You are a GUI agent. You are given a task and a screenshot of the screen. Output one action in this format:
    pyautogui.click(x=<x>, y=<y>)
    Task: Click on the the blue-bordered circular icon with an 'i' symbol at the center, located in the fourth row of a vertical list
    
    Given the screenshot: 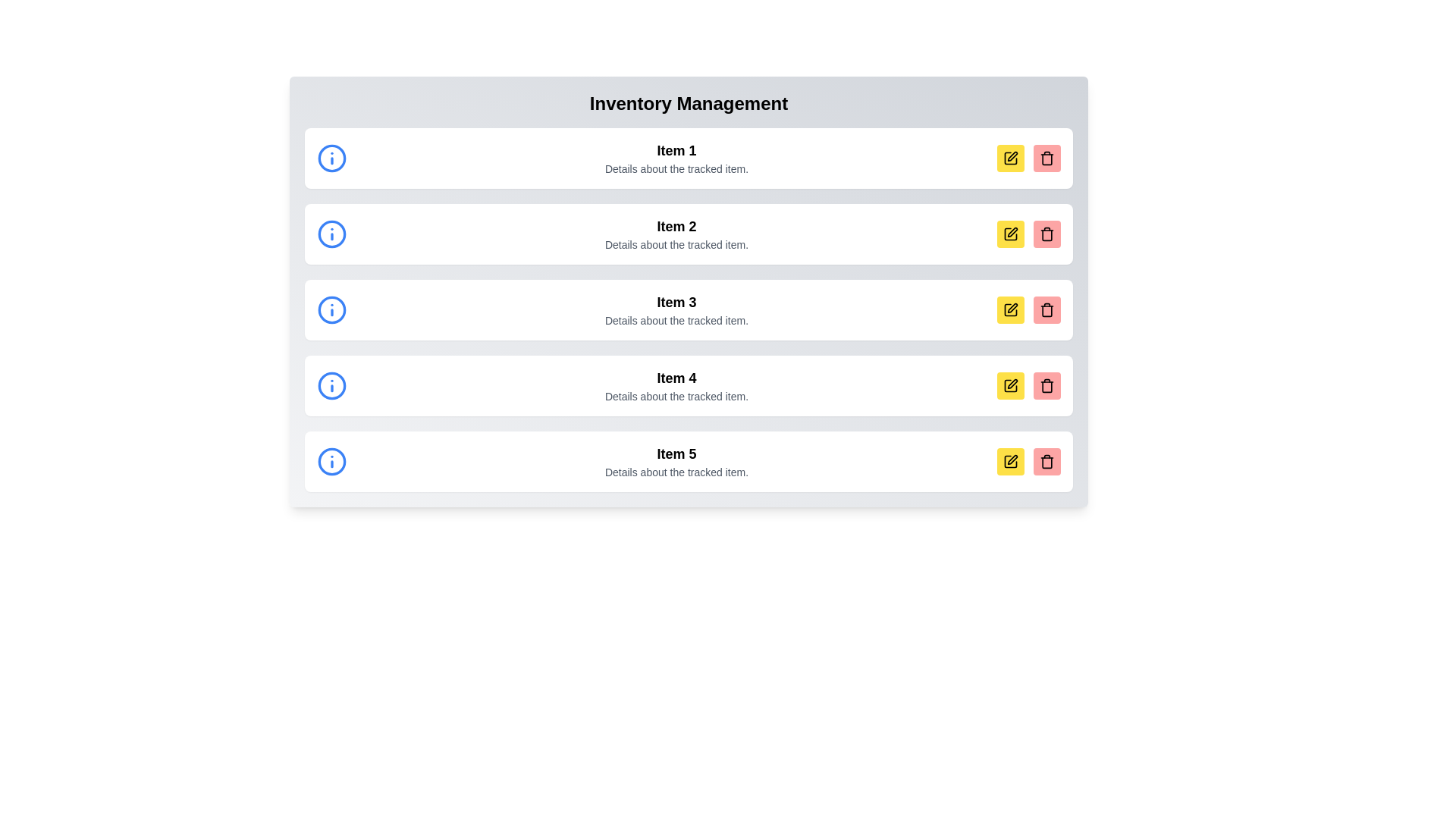 What is the action you would take?
    pyautogui.click(x=331, y=385)
    